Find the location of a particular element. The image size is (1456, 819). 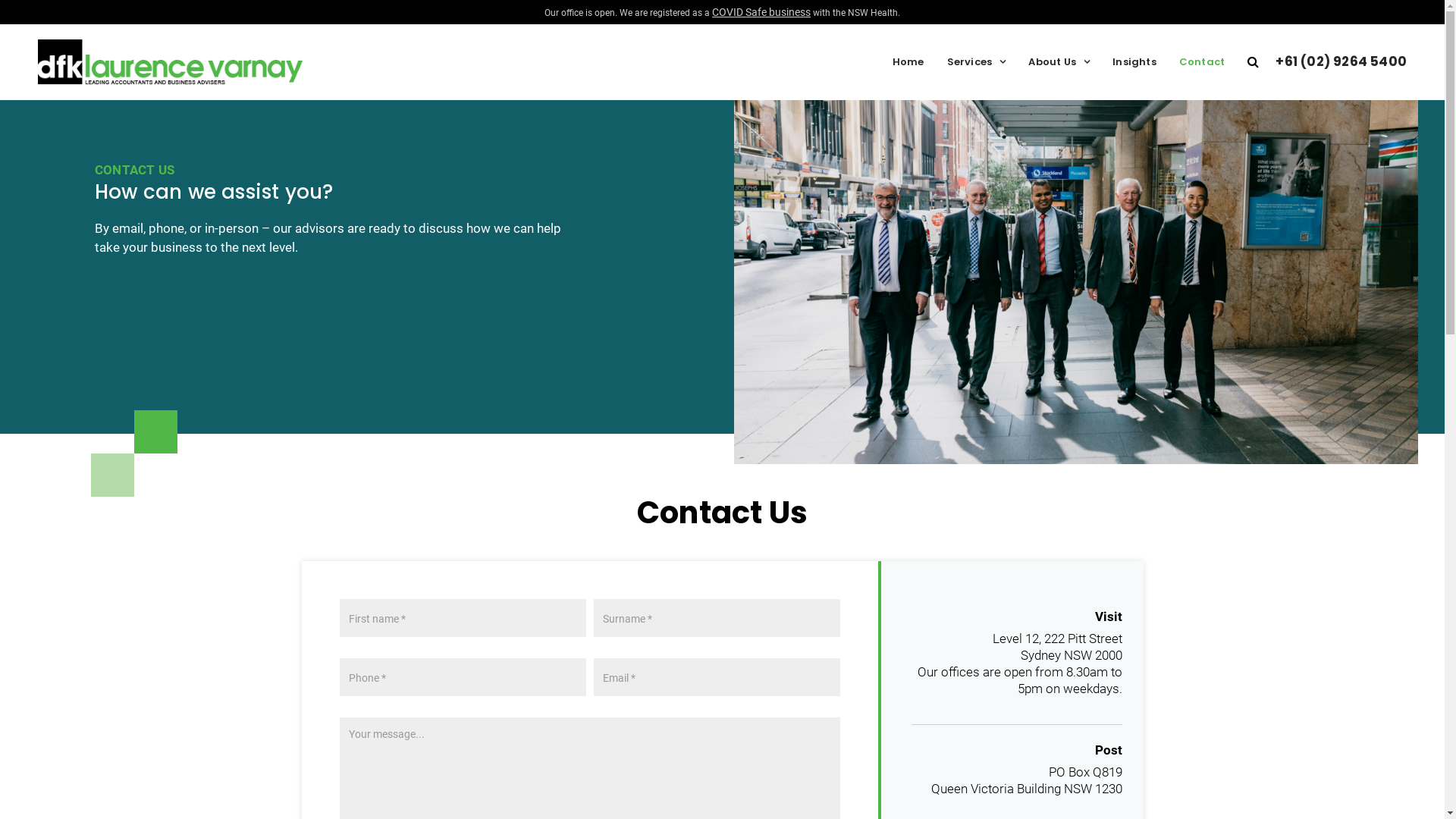

'About Us' is located at coordinates (1028, 61).